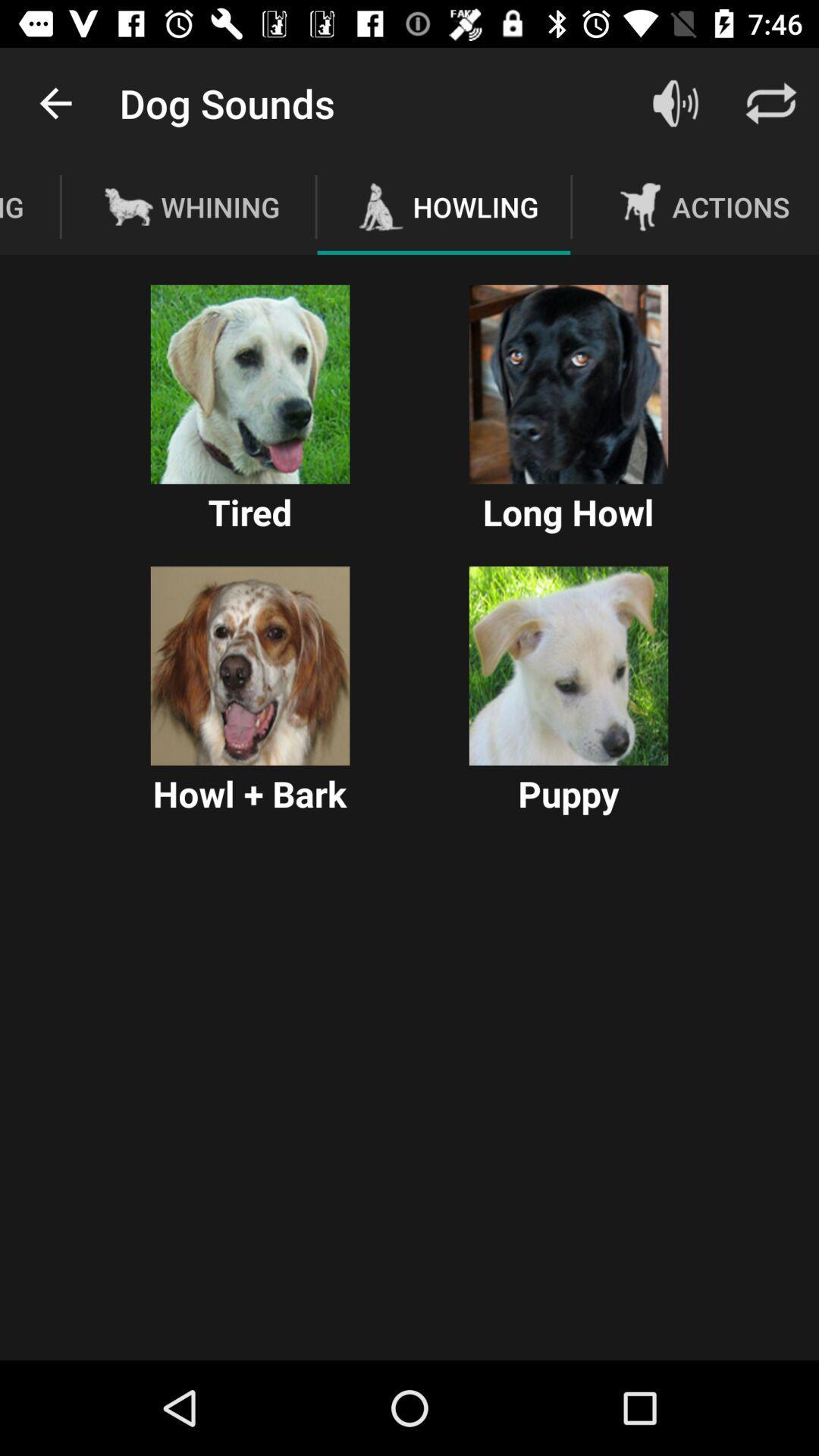 Image resolution: width=819 pixels, height=1456 pixels. I want to click on choose picture, so click(249, 384).